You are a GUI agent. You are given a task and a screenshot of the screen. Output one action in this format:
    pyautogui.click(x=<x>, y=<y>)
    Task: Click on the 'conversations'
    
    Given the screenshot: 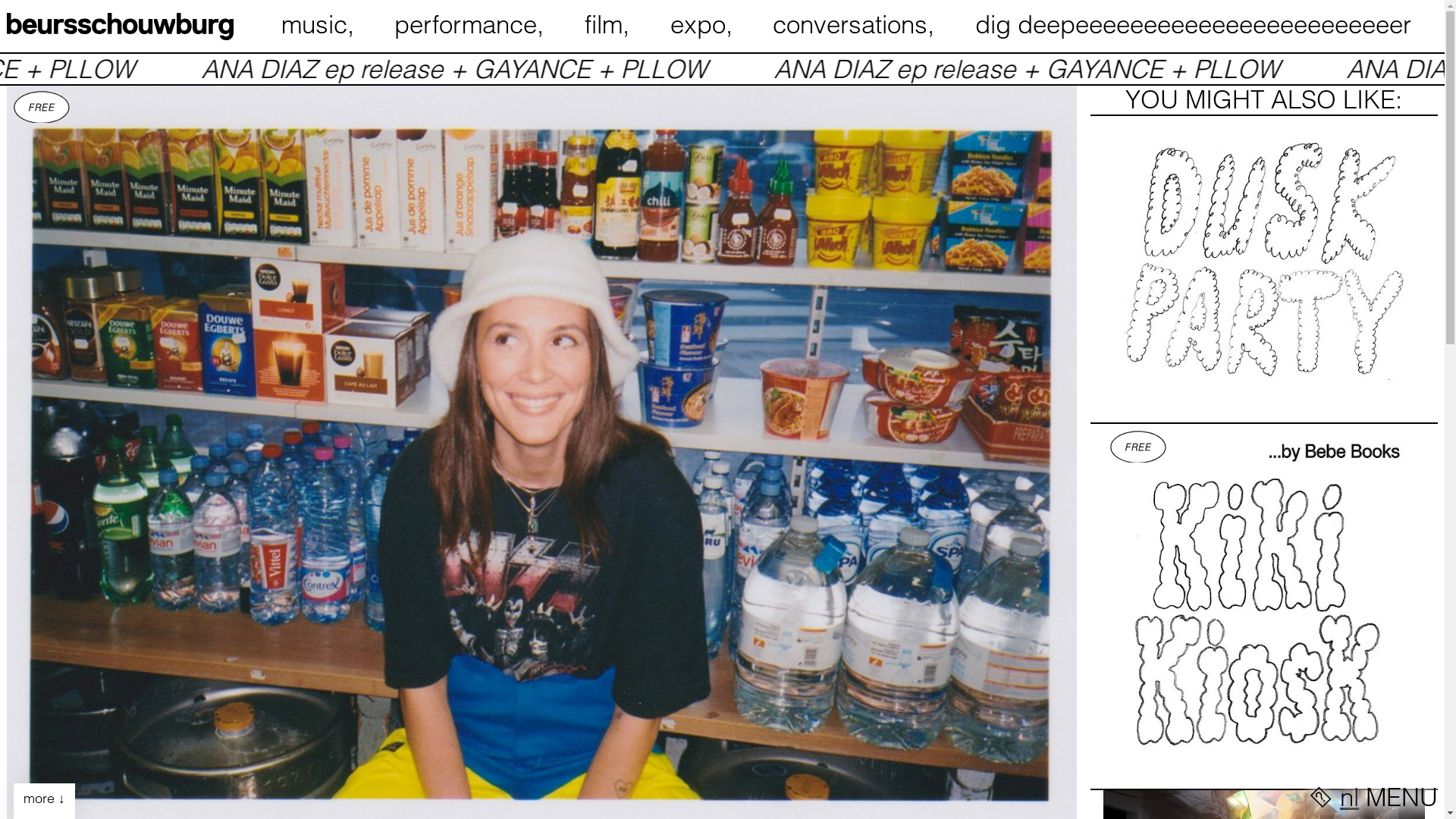 What is the action you would take?
    pyautogui.click(x=856, y=24)
    